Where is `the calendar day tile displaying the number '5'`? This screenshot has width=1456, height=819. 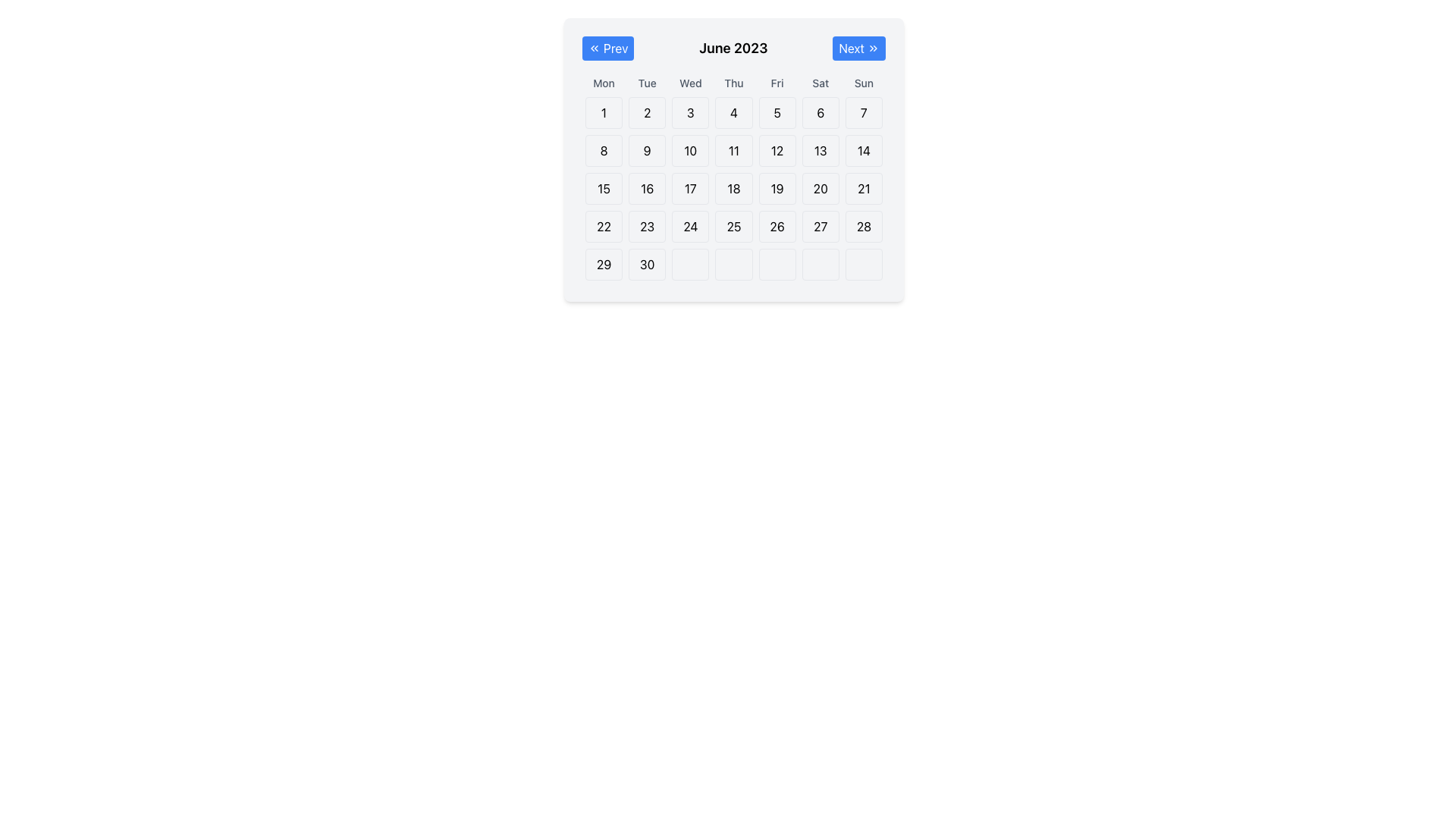
the calendar day tile displaying the number '5' is located at coordinates (777, 112).